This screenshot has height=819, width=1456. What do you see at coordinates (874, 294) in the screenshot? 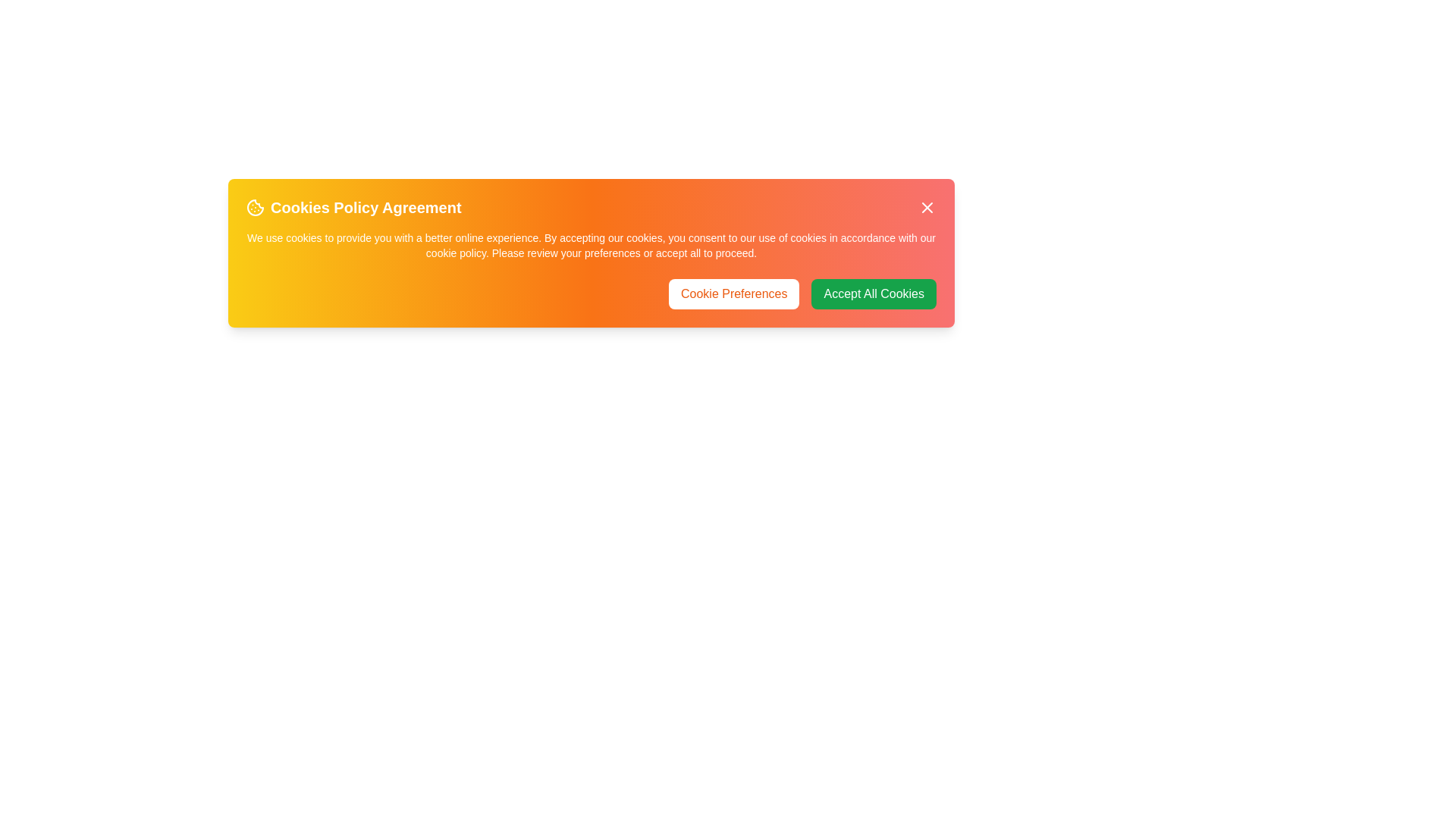
I see `the button located at the bottom-right corner of the modal window to confirm cookie consent, which is positioned to the right of the 'Cookie Preferences' button` at bounding box center [874, 294].